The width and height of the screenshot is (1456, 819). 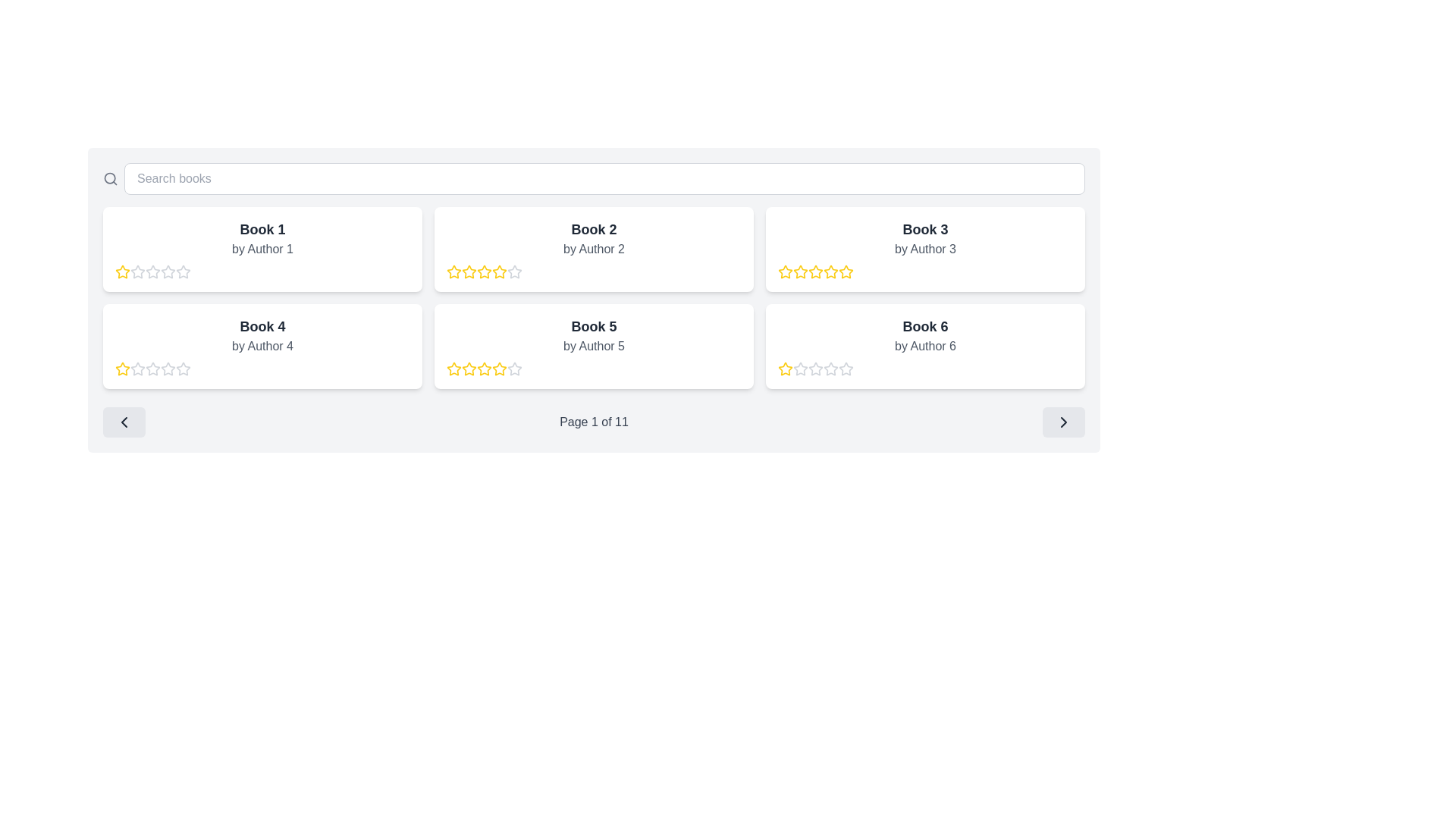 I want to click on the third star icon in the rating indicator for 'Book 4' by Author 4, which represents an unrated or inactive state in the rating system, so click(x=138, y=369).